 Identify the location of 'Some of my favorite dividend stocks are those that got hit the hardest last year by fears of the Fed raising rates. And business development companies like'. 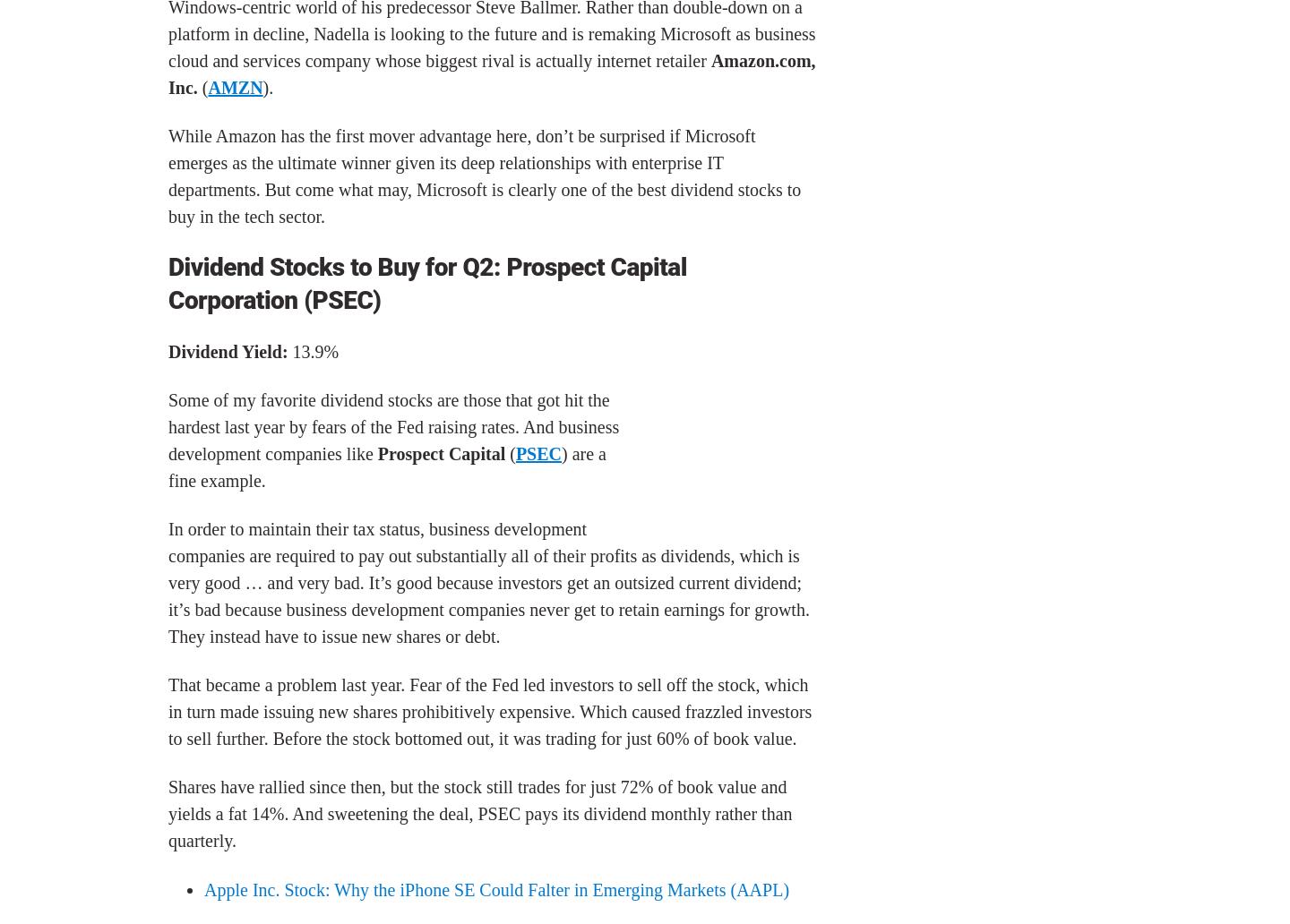
(393, 425).